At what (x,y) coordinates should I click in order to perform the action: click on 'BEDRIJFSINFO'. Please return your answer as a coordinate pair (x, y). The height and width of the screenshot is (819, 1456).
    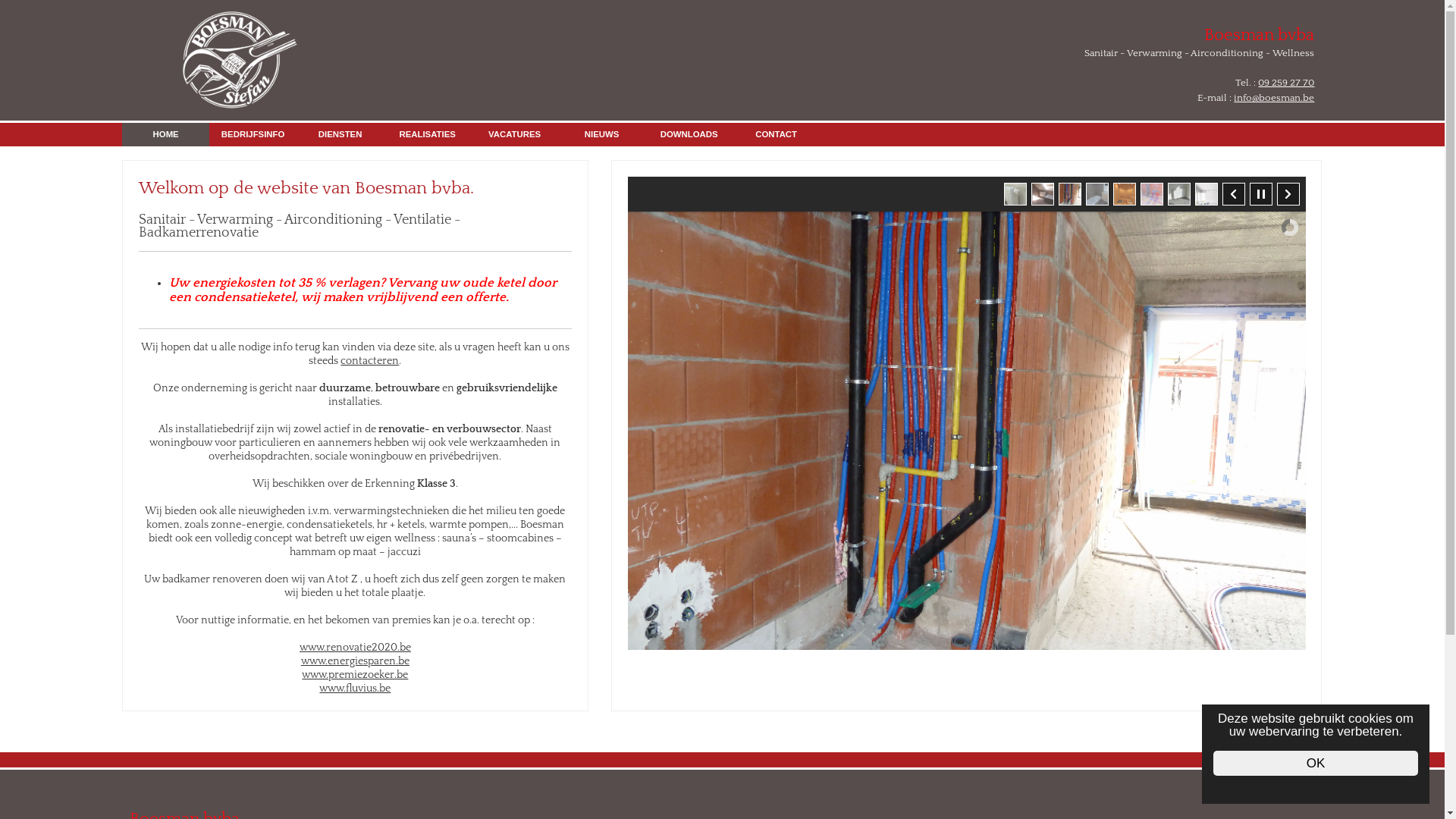
    Looking at the image, I should click on (208, 133).